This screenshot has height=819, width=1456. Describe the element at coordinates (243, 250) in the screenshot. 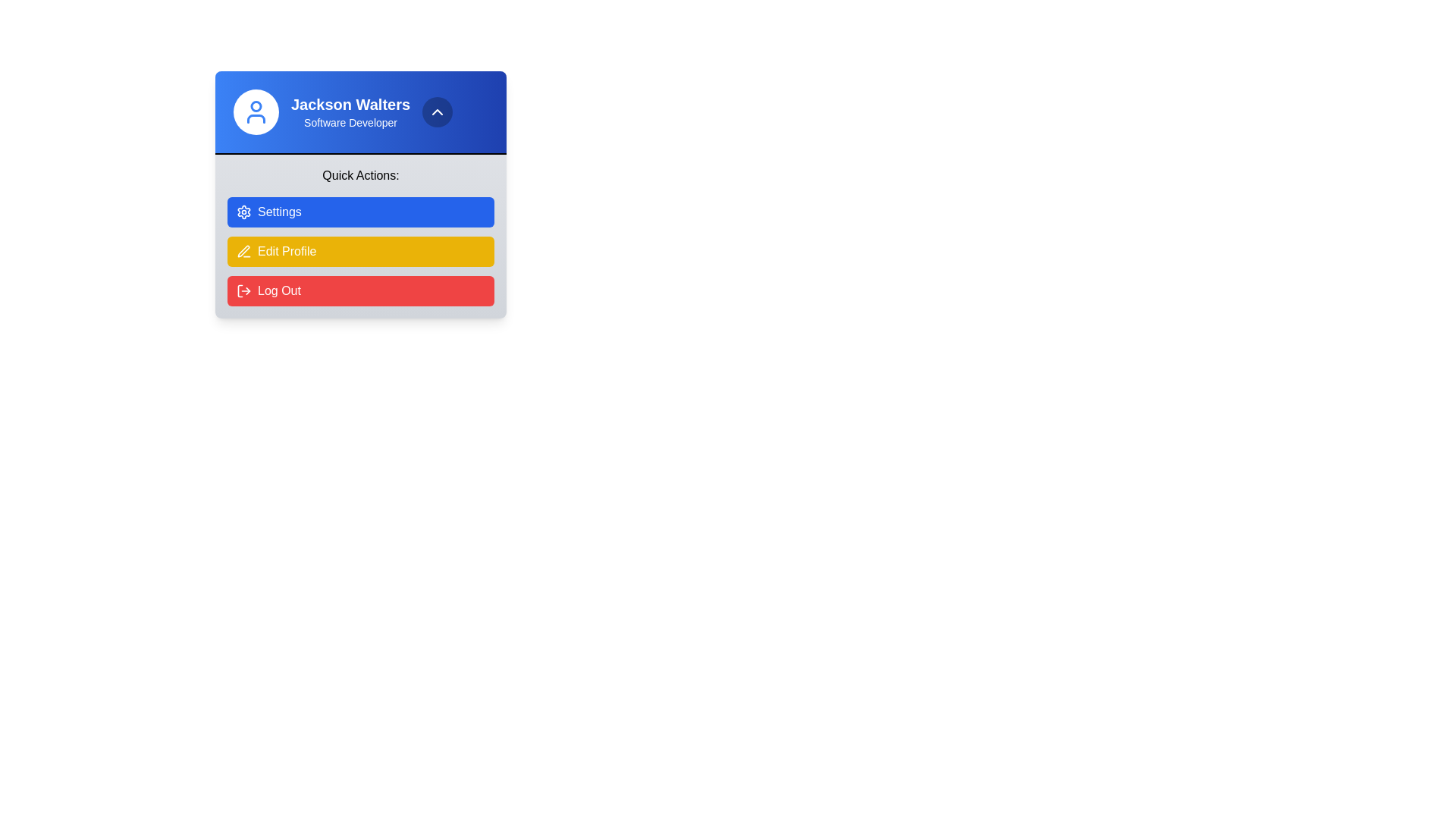

I see `the 'Edit Profile' button represented by the pen icon, which is the second button in the vertically stacked list of action buttons within the menu panel` at that location.